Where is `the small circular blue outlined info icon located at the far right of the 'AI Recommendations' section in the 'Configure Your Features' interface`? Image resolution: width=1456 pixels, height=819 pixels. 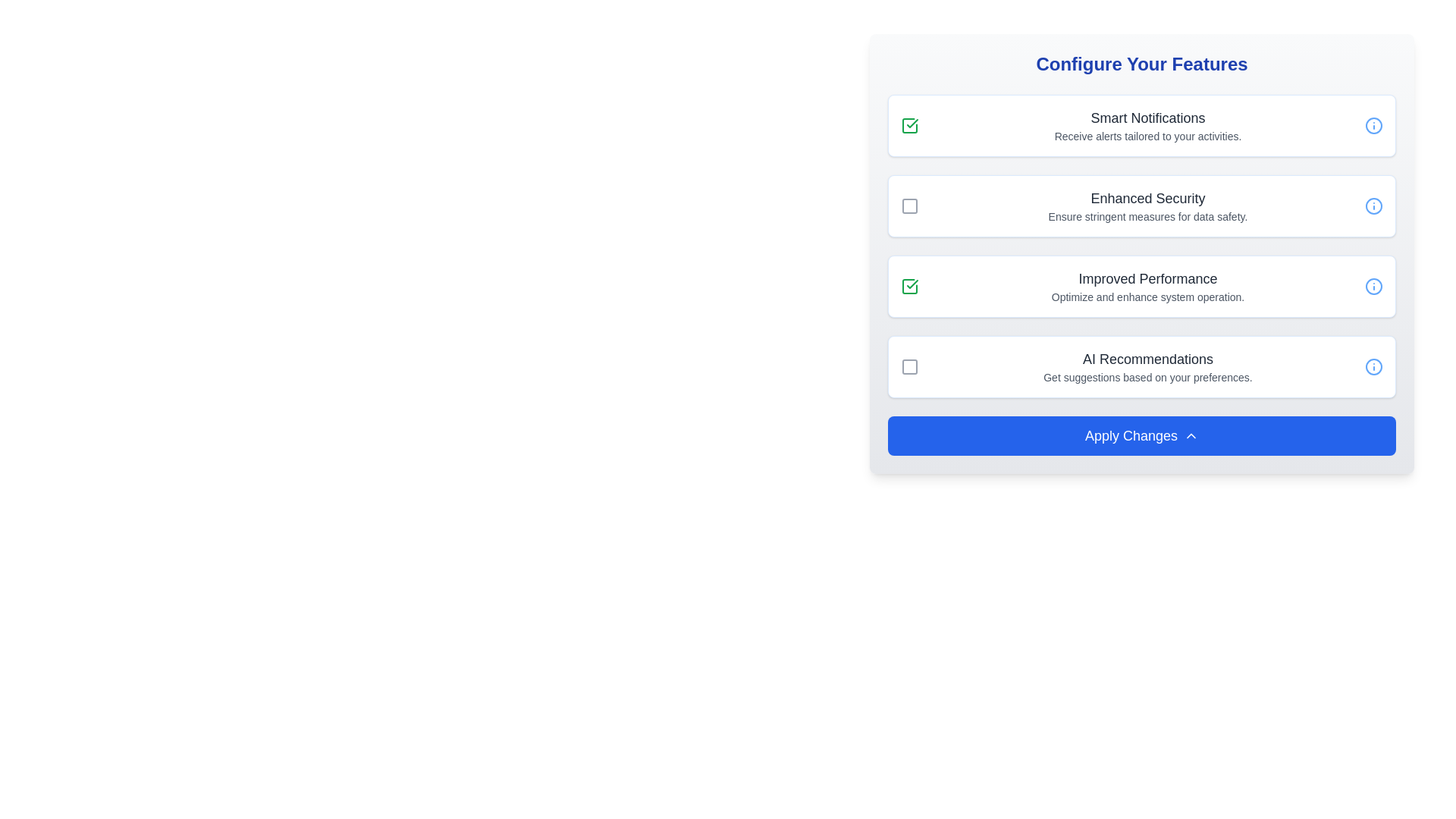
the small circular blue outlined info icon located at the far right of the 'AI Recommendations' section in the 'Configure Your Features' interface is located at coordinates (1373, 366).